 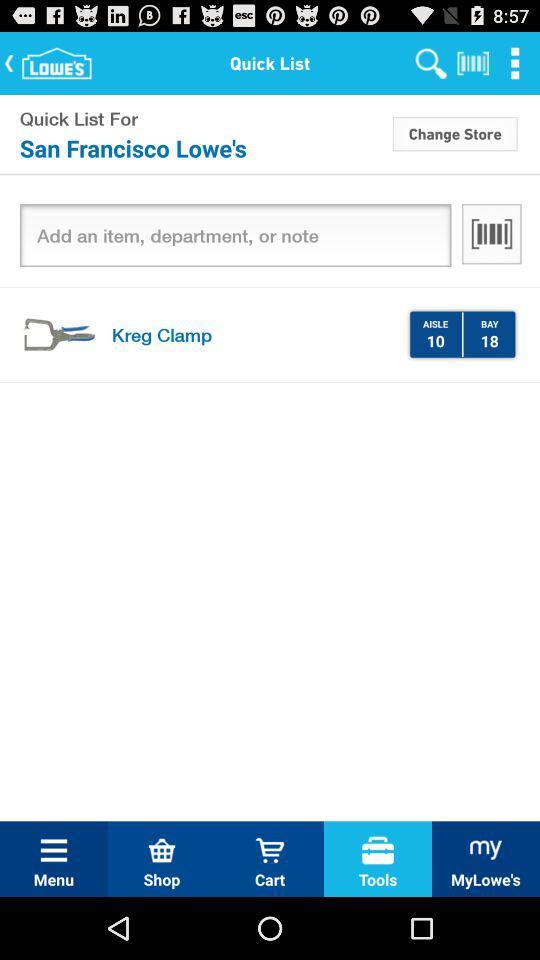 I want to click on the icon to the right of quick list for item, so click(x=455, y=132).